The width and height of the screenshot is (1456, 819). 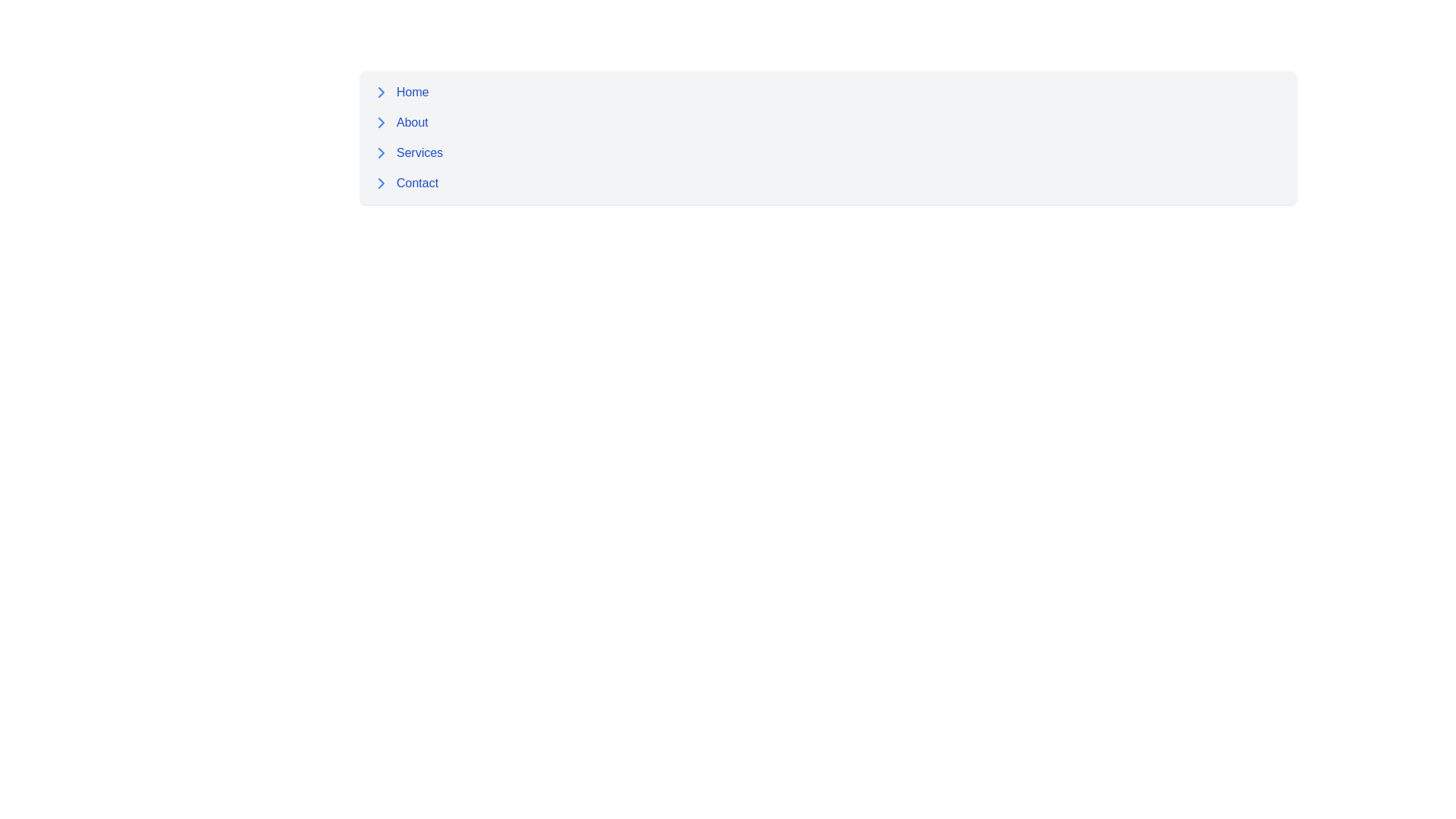 I want to click on the 'About' hyperlink in the vertical menu, so click(x=412, y=122).